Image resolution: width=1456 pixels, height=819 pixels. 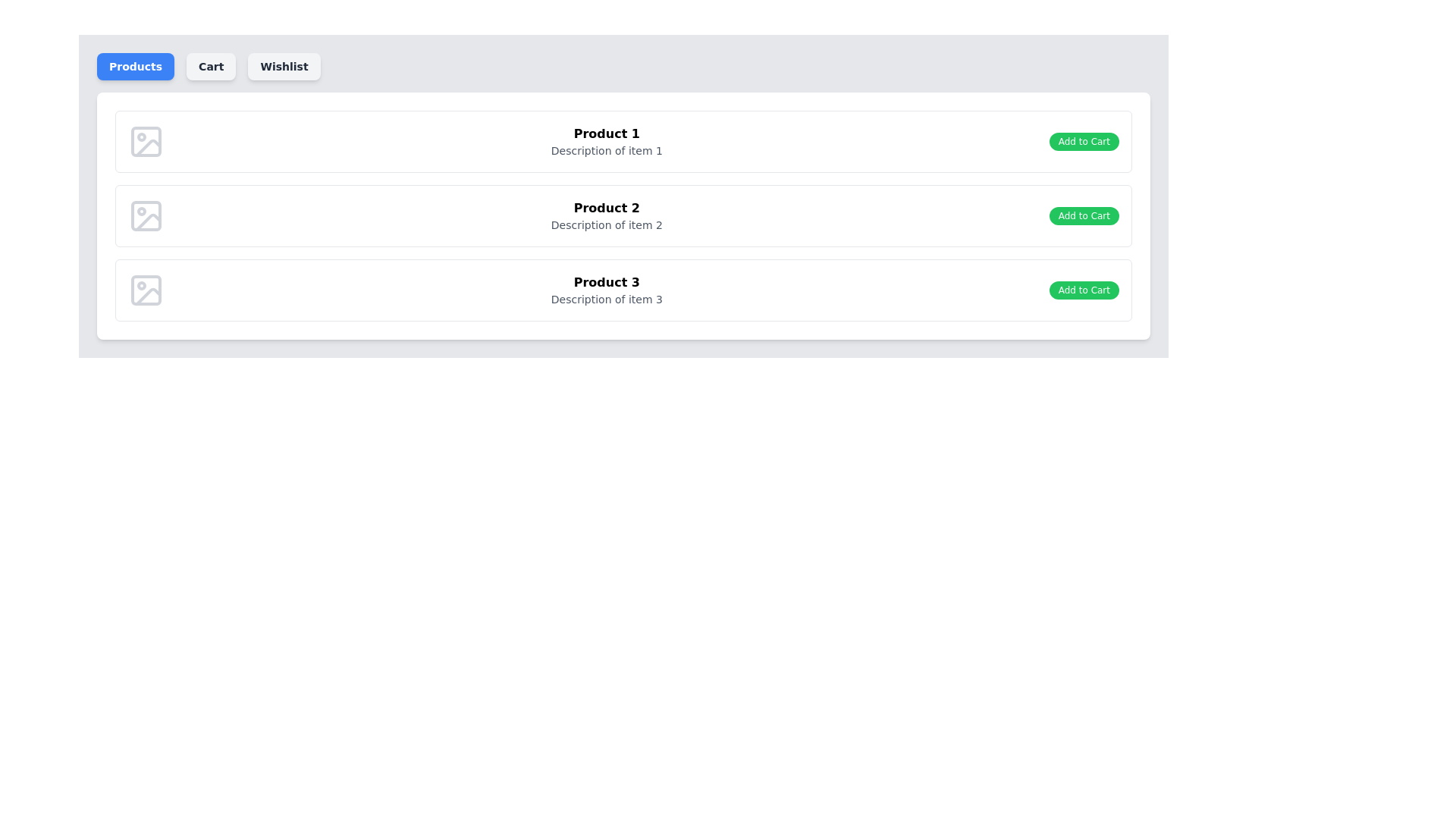 What do you see at coordinates (607, 299) in the screenshot?
I see `the text label displaying 'Description of item 3', which is located below the bold title 'Product 3' in the third item row of the list` at bounding box center [607, 299].